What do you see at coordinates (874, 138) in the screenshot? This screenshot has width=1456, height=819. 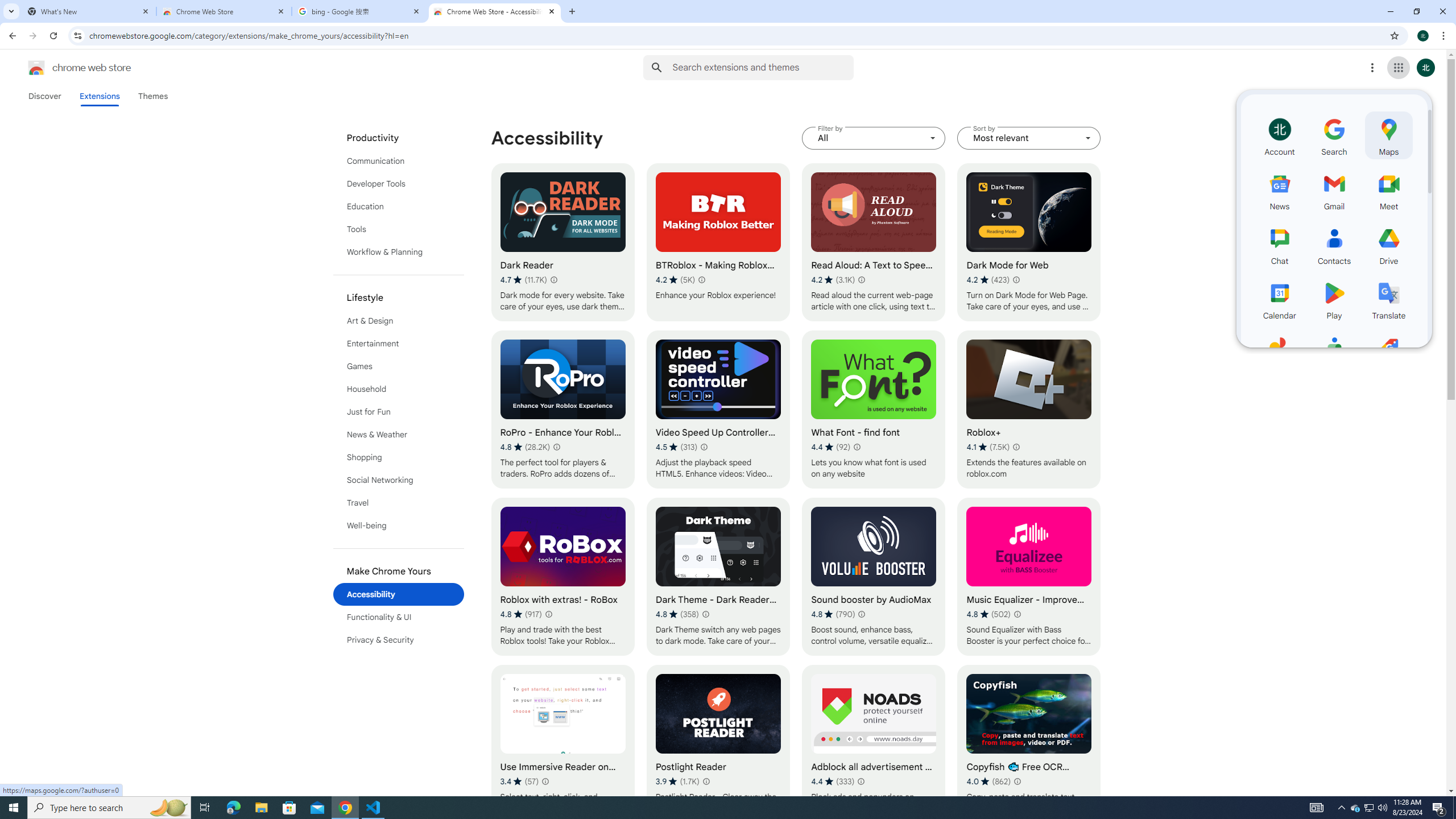 I see `'Filter by All'` at bounding box center [874, 138].